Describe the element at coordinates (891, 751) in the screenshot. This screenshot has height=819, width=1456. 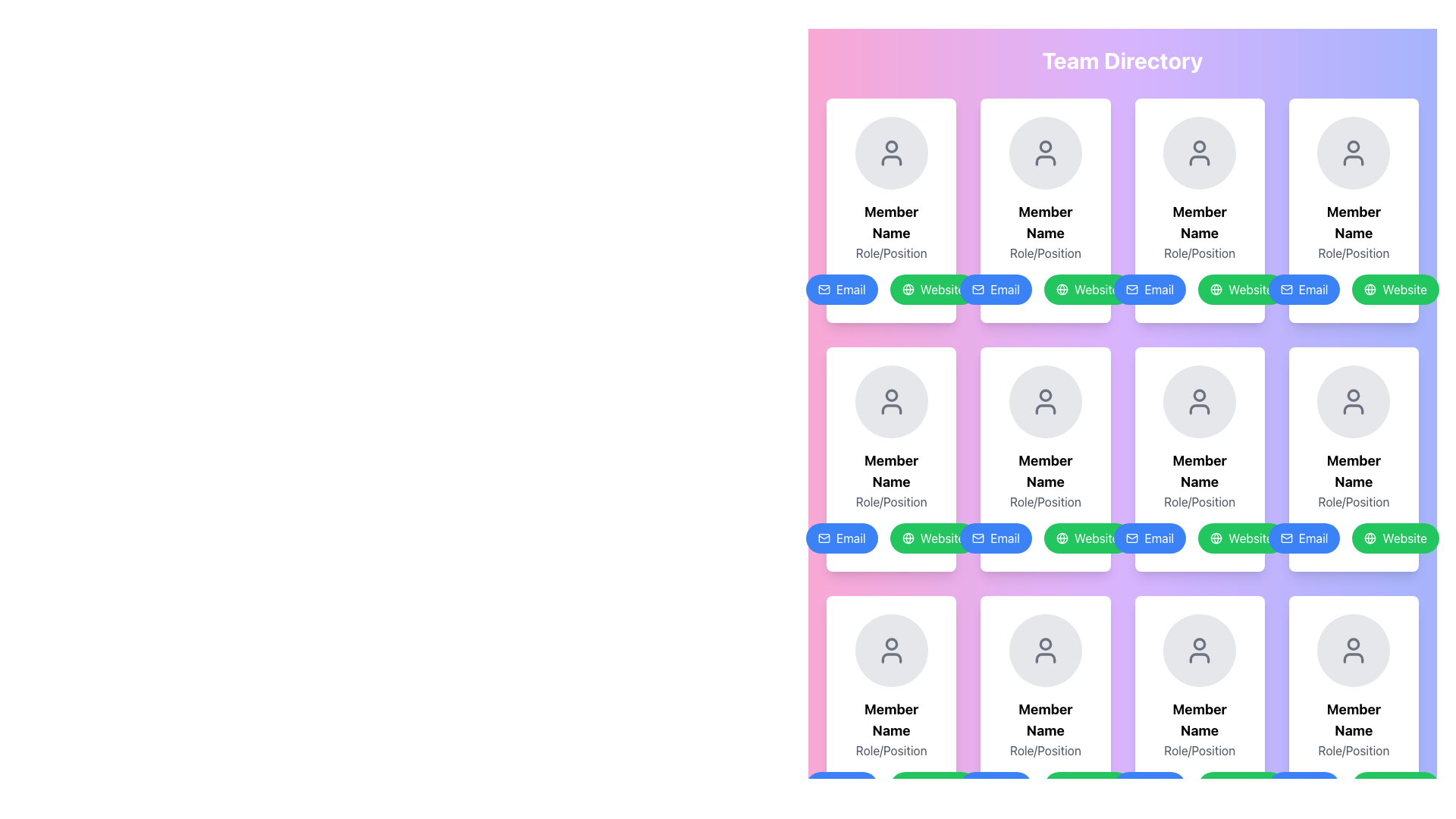
I see `the text element labeled 'Role/Position' which is styled in gray, located directly below 'Member Name' in the card structure` at that location.